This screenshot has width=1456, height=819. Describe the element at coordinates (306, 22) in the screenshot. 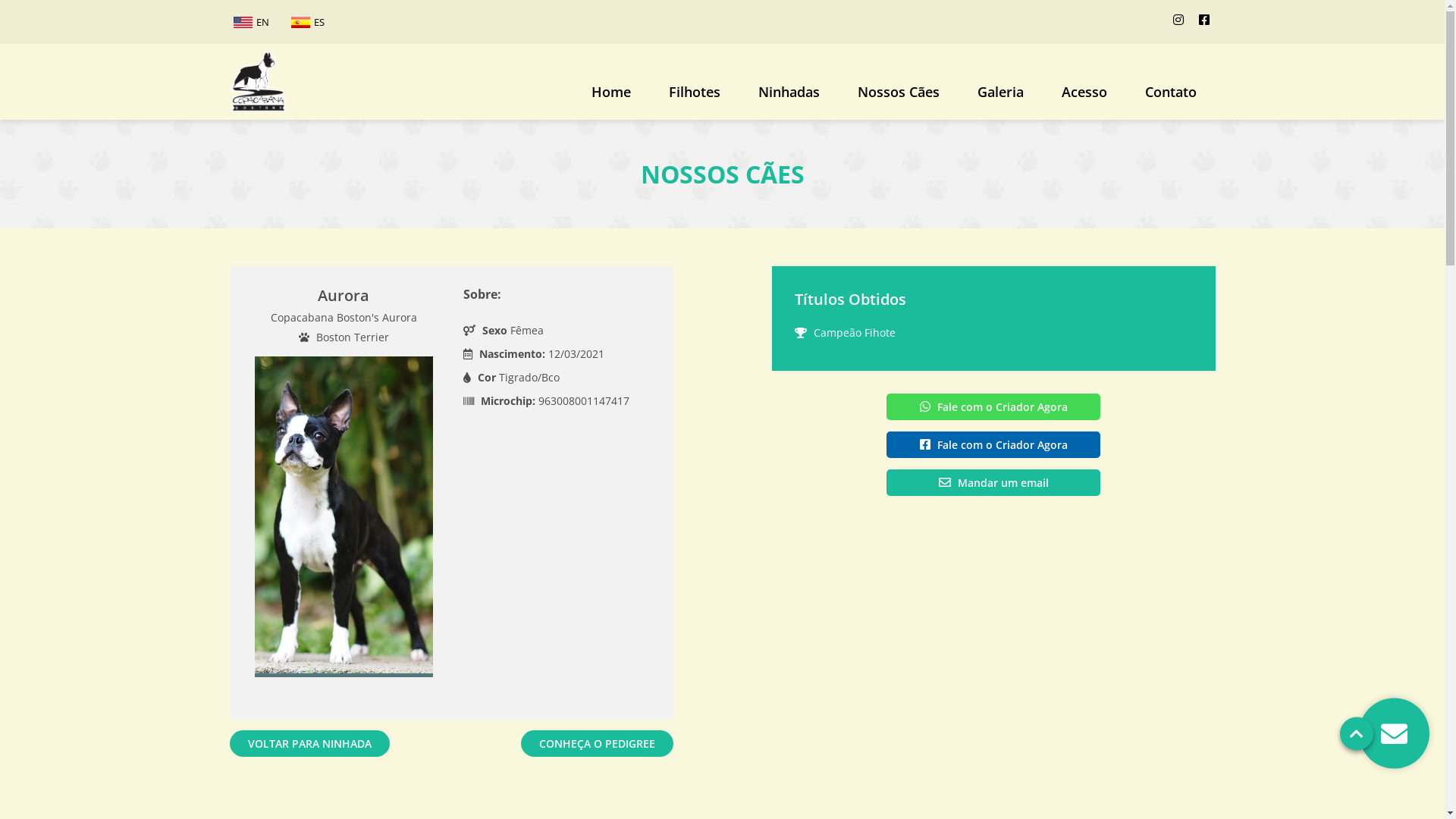

I see `'ES'` at that location.